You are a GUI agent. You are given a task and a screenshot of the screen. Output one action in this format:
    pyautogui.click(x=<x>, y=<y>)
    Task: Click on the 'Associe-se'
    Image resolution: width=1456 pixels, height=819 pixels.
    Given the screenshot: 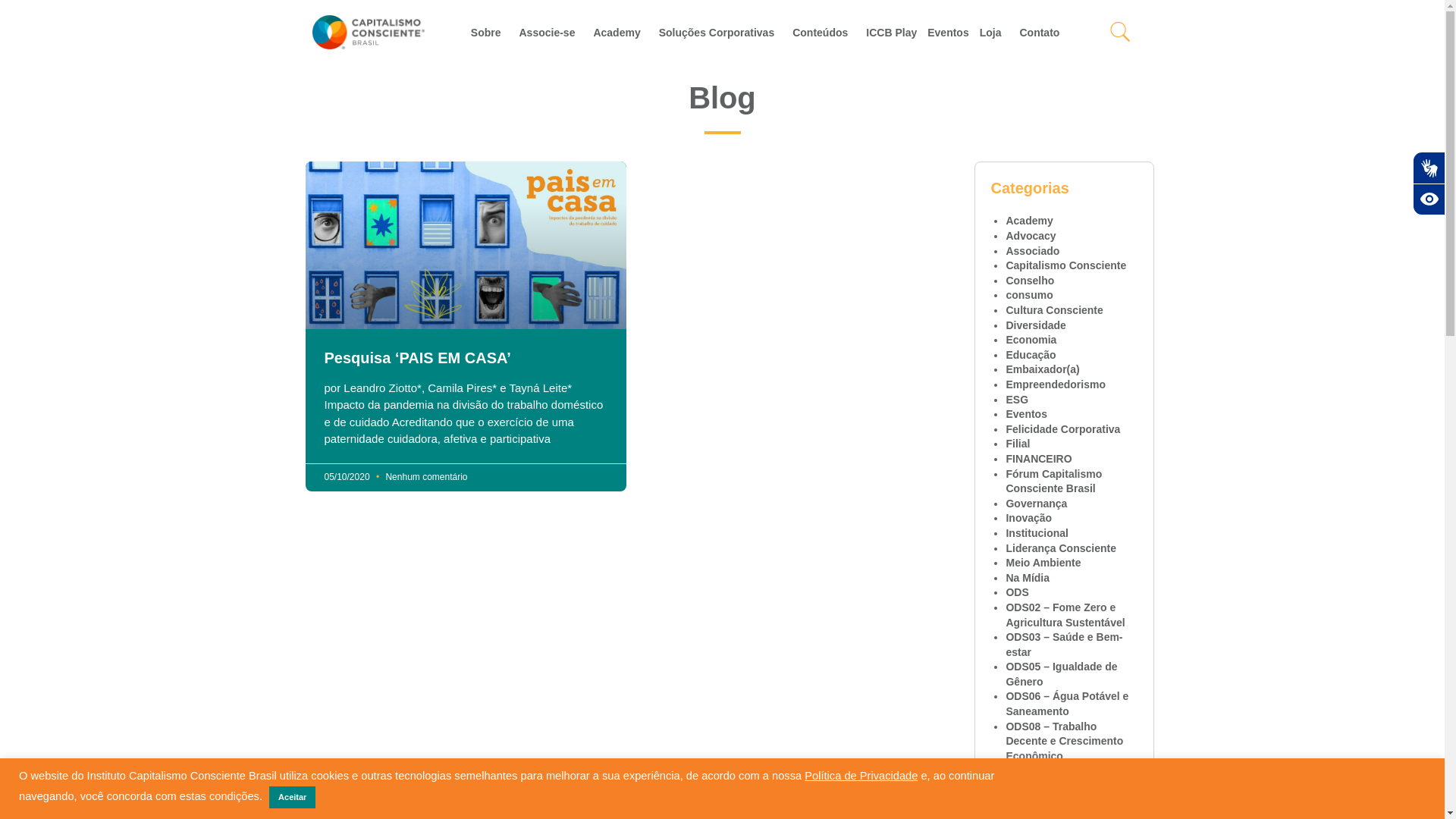 What is the action you would take?
    pyautogui.click(x=513, y=32)
    